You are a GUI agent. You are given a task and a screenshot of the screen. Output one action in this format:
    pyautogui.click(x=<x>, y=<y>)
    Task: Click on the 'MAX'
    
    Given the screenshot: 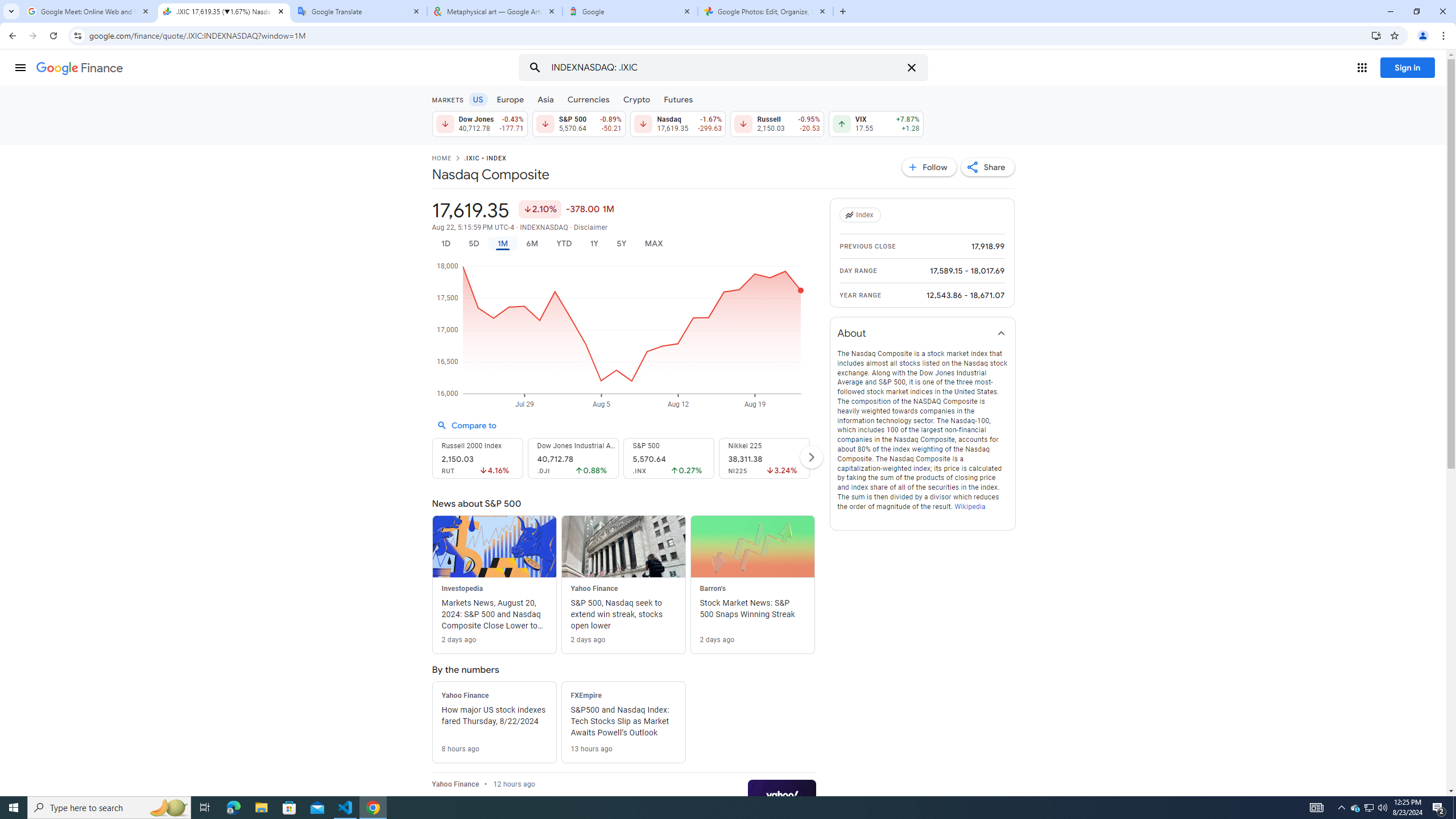 What is the action you would take?
    pyautogui.click(x=653, y=243)
    